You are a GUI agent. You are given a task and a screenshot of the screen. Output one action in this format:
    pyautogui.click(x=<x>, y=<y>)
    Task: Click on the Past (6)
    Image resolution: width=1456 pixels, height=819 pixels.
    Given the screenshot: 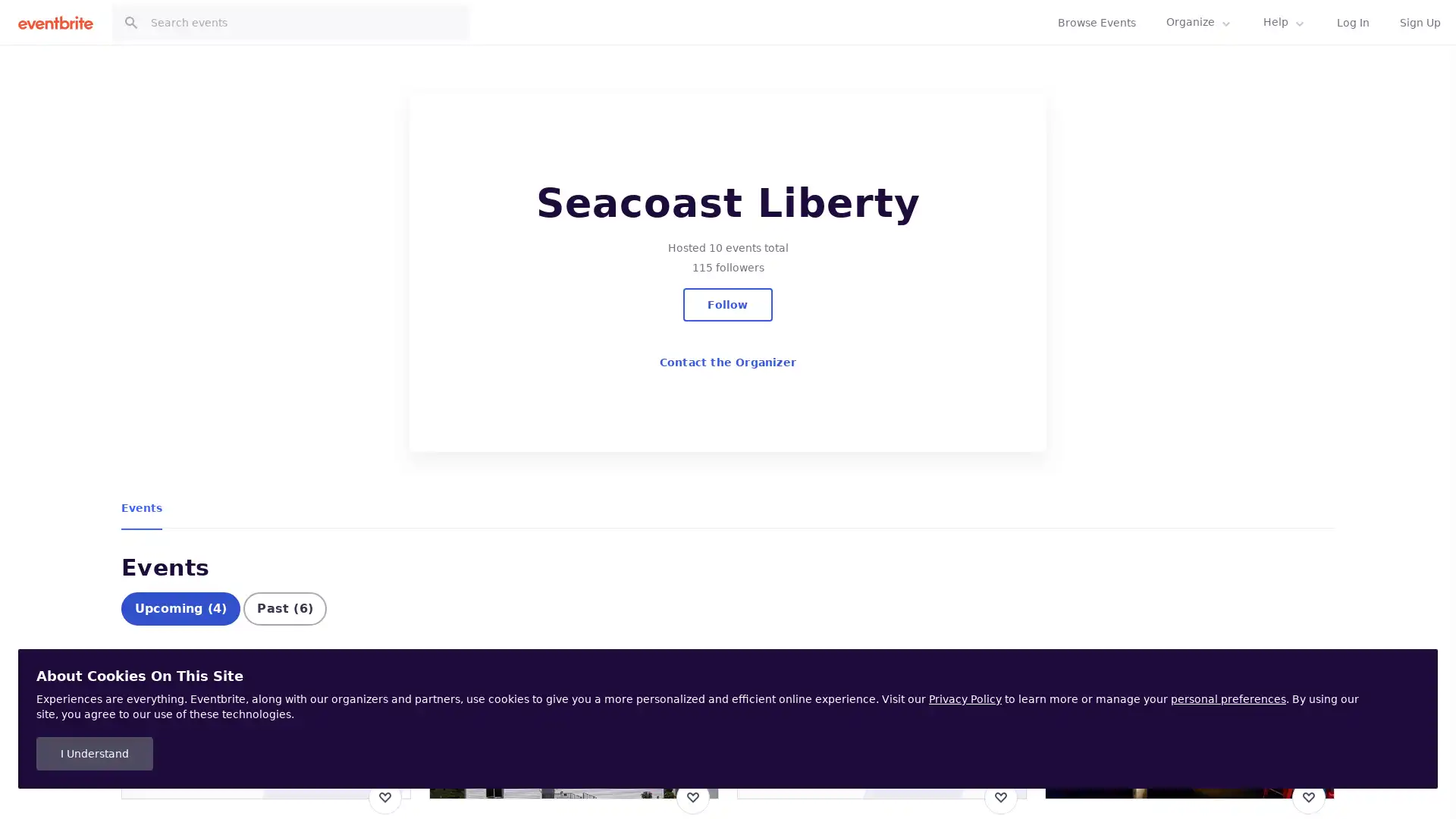 What is the action you would take?
    pyautogui.click(x=284, y=635)
    